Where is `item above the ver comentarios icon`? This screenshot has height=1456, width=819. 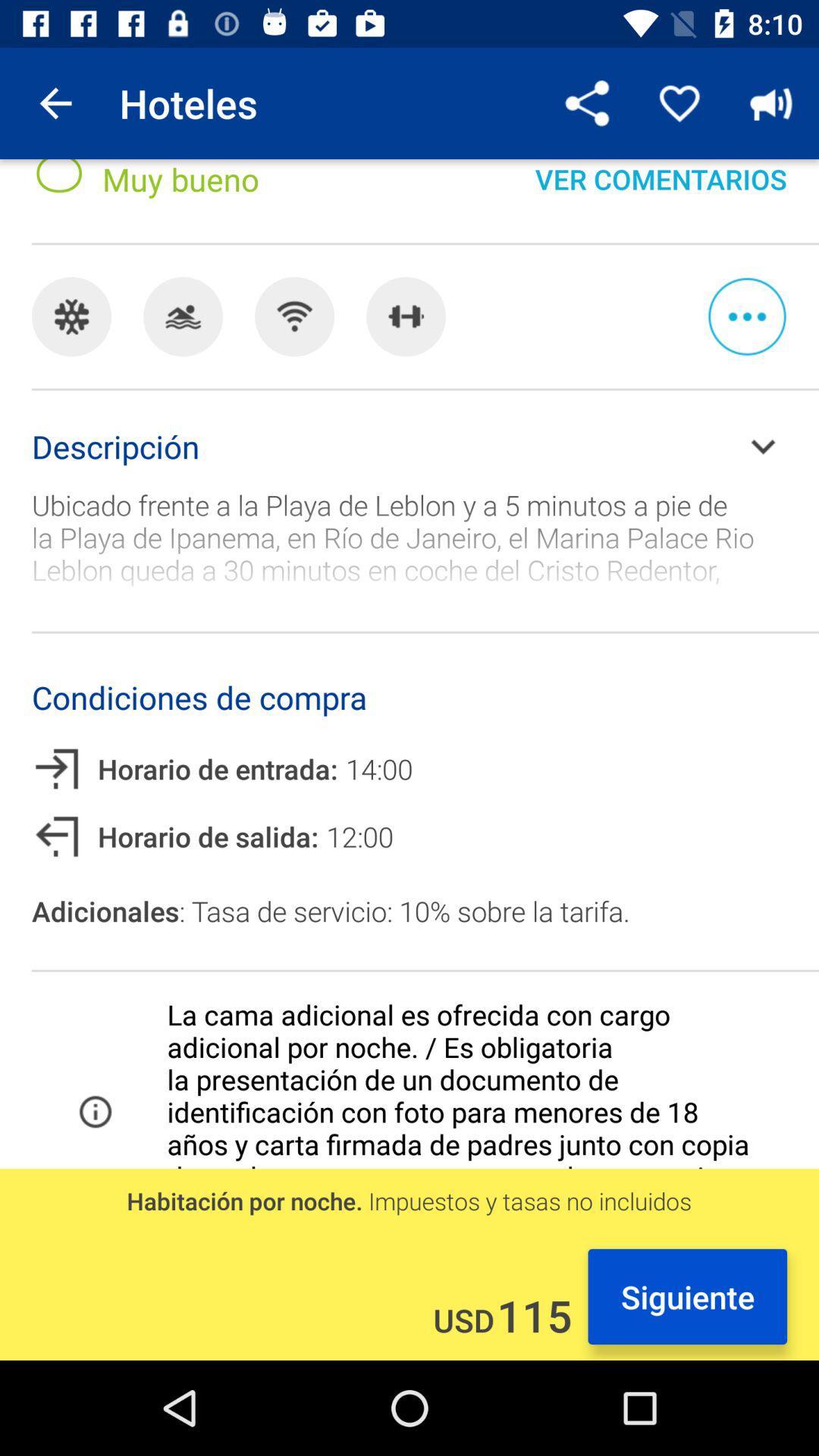
item above the ver comentarios icon is located at coordinates (771, 102).